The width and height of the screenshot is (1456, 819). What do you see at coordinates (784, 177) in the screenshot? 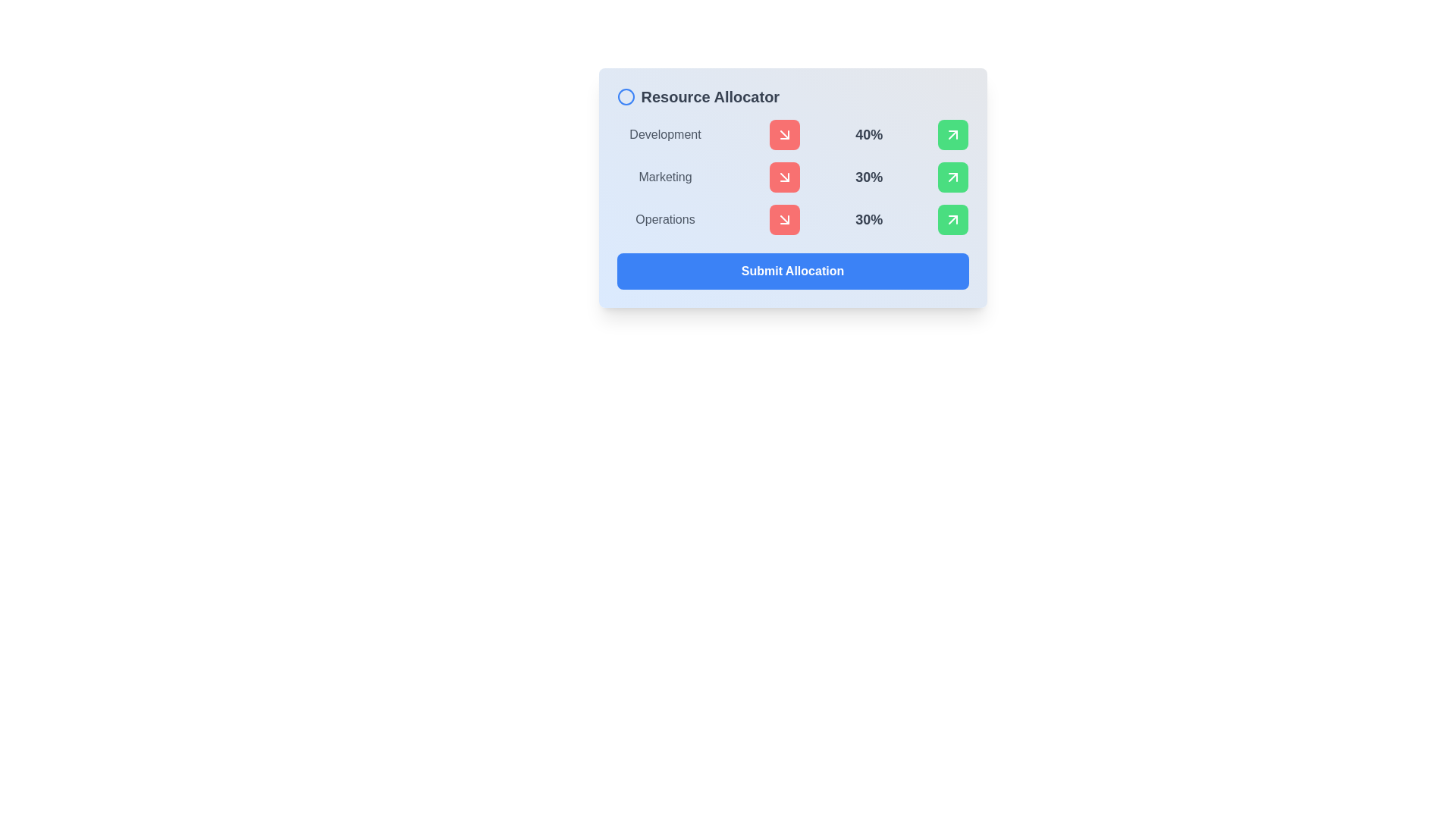
I see `the red circular button with a white downward arrow located in the 'Resource Allocator' form, positioned between the 'Marketing' label and the '30%' label, to decrease the percentage allocation` at bounding box center [784, 177].